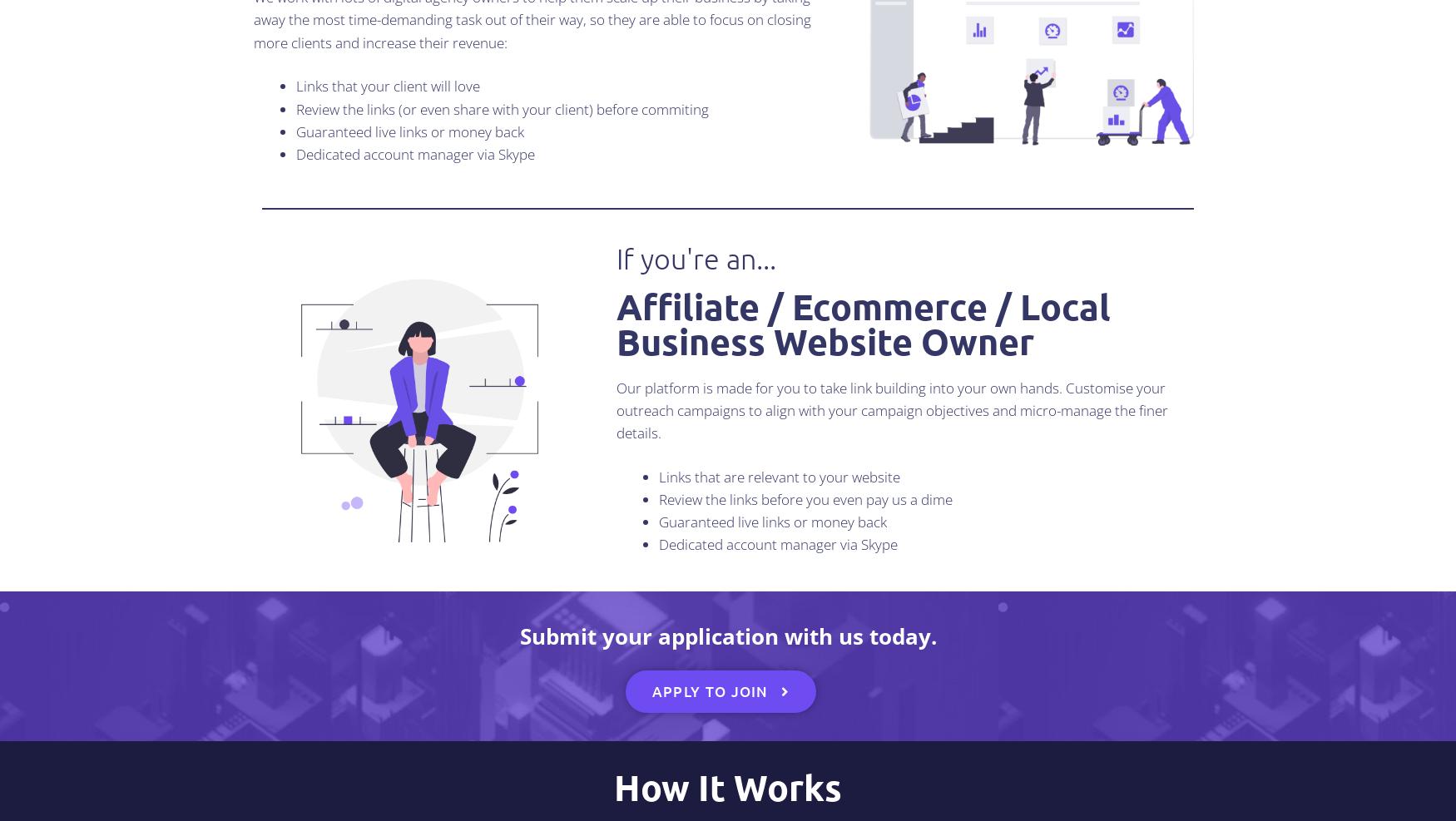  What do you see at coordinates (519, 635) in the screenshot?
I see `'Submit your application with us today.'` at bounding box center [519, 635].